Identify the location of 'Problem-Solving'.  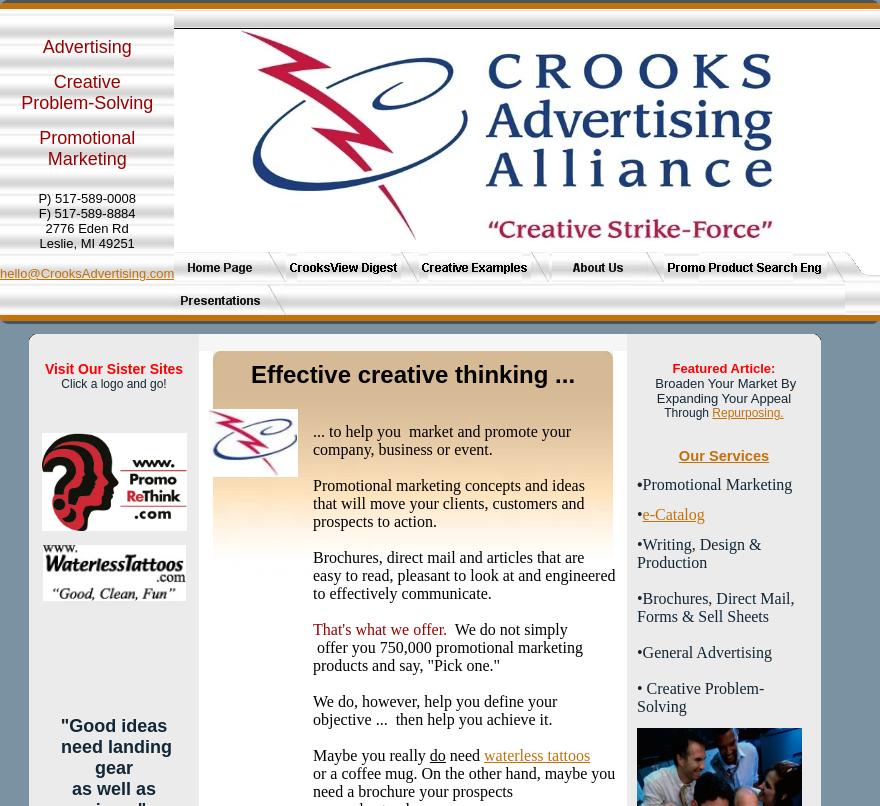
(86, 102).